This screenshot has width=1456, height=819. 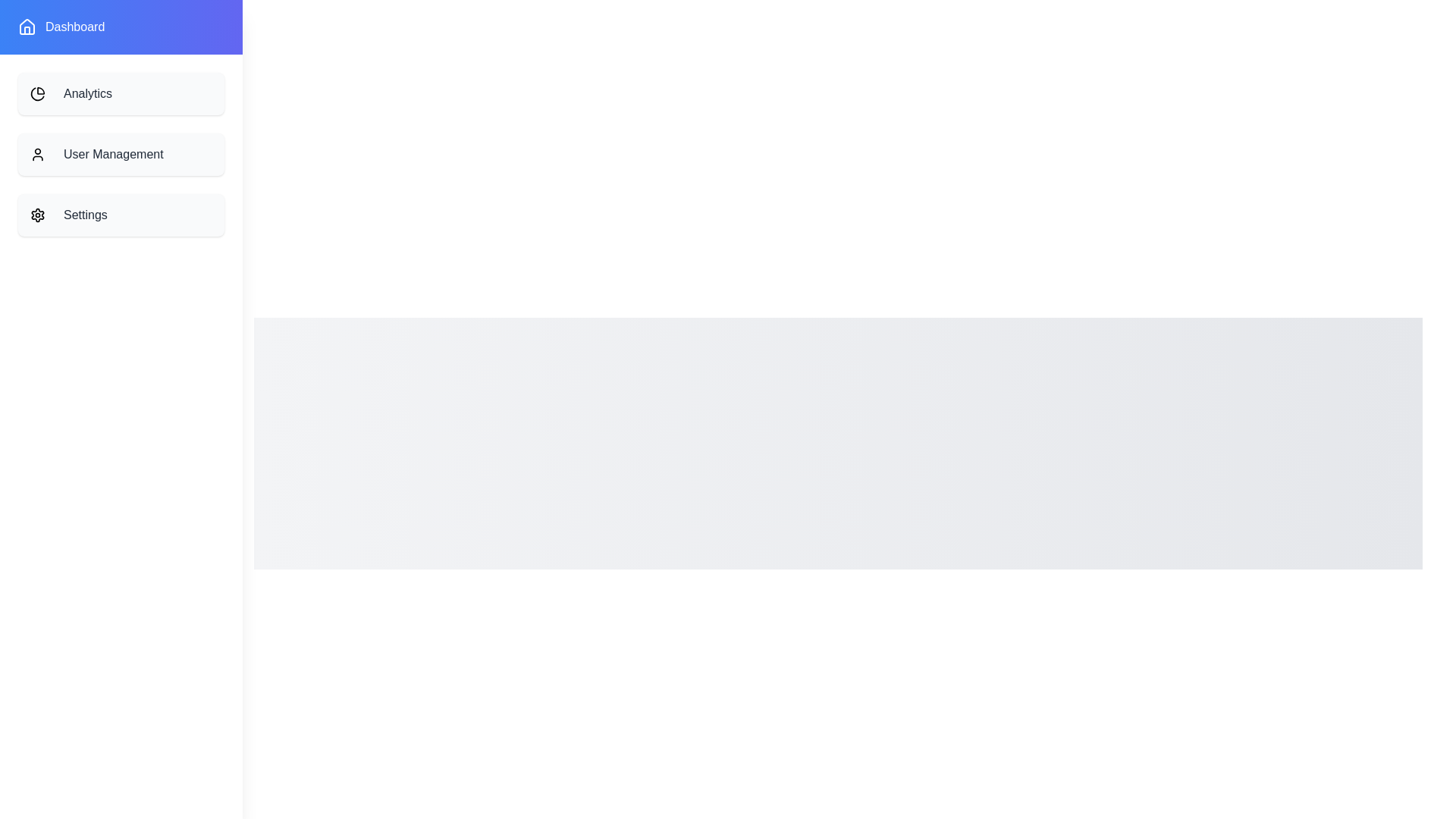 I want to click on the 'Settings' item in the drawer, so click(x=120, y=215).